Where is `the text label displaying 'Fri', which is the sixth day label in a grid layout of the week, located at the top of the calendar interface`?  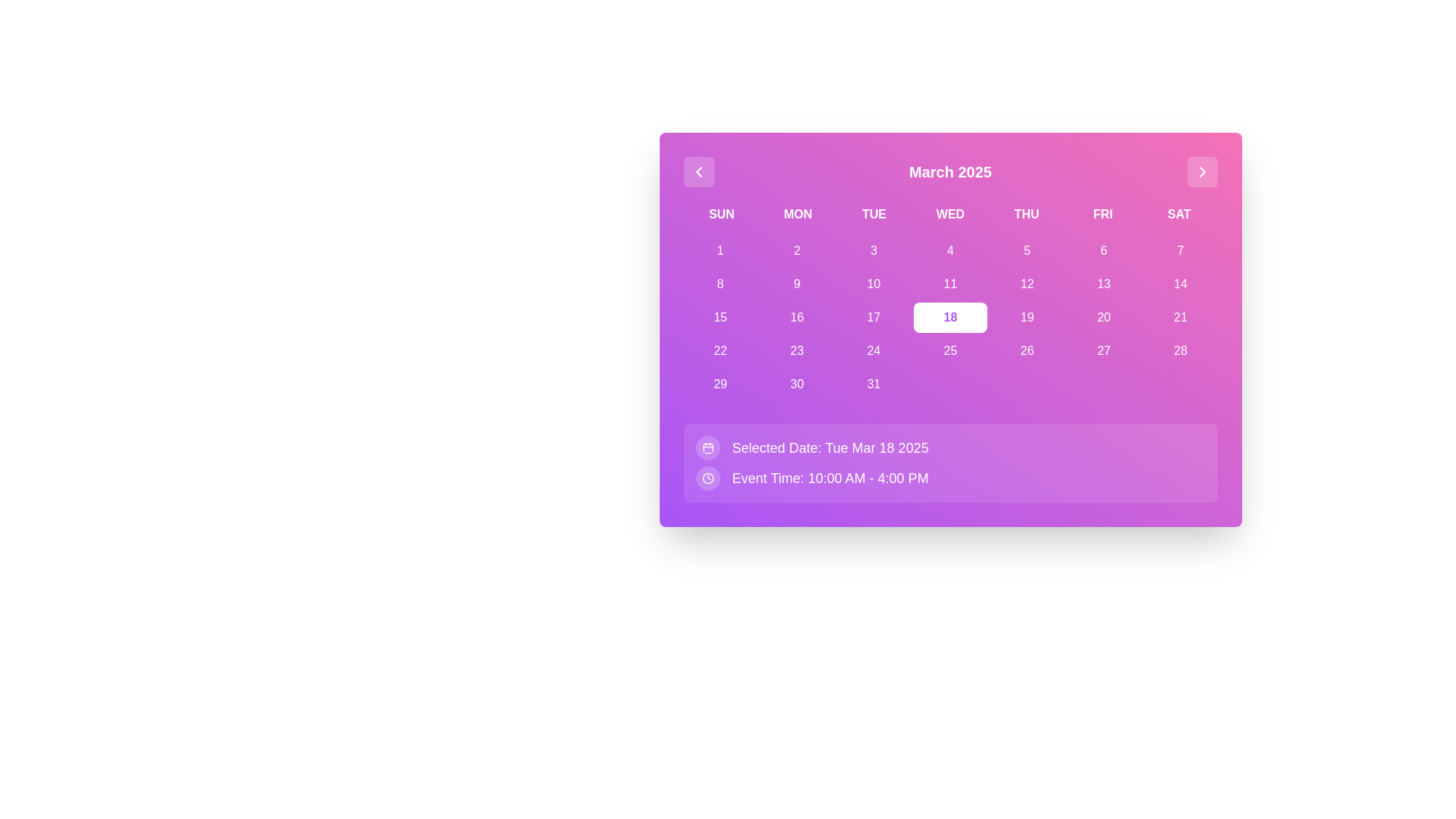
the text label displaying 'Fri', which is the sixth day label in a grid layout of the week, located at the top of the calendar interface is located at coordinates (1103, 214).